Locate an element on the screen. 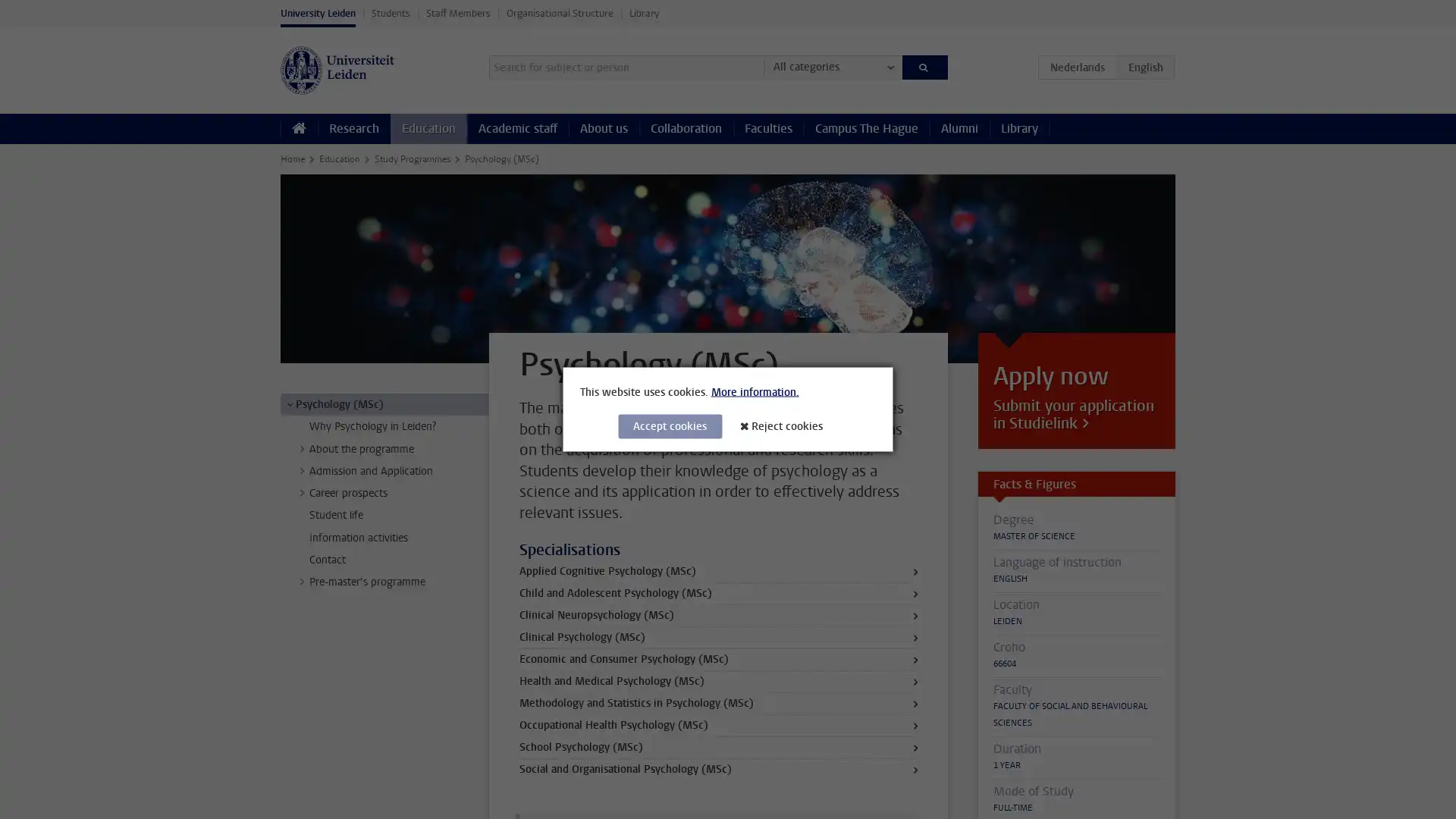 The width and height of the screenshot is (1456, 819). All categories is located at coordinates (832, 66).